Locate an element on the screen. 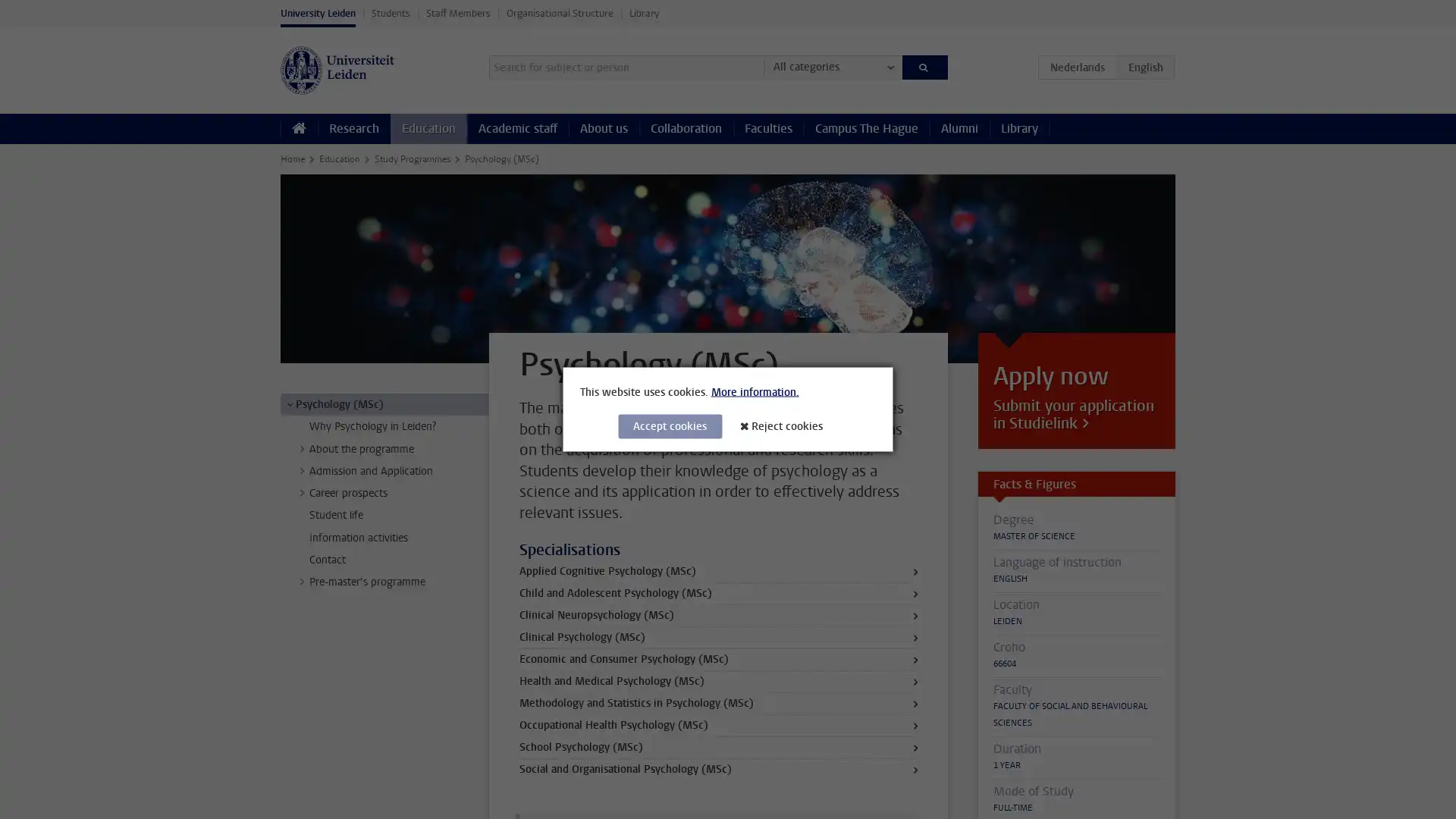 The width and height of the screenshot is (1456, 819). All categories is located at coordinates (832, 66).